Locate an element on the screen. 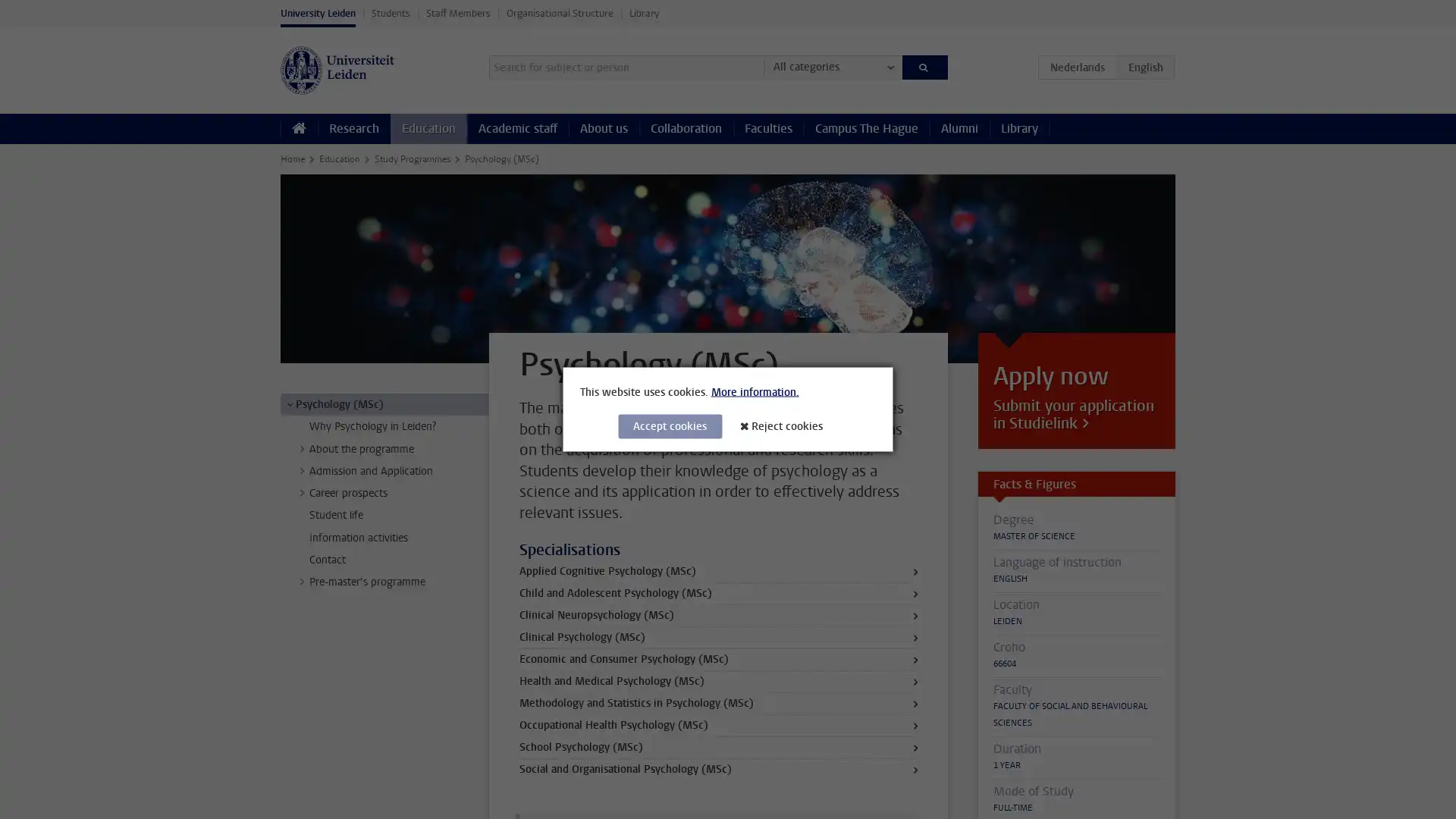 The width and height of the screenshot is (1456, 819). All categories is located at coordinates (832, 66).